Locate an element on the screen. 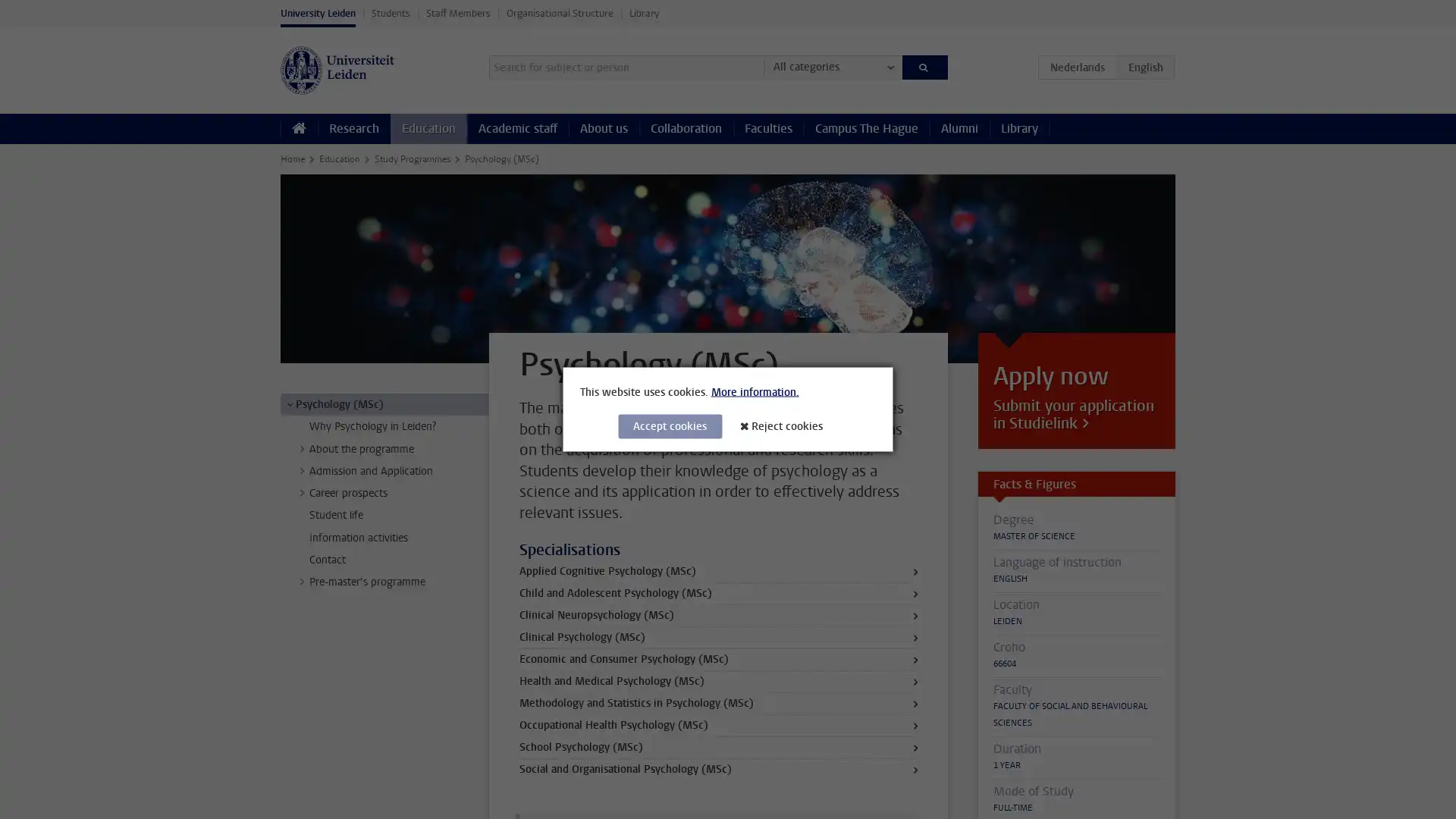 The width and height of the screenshot is (1456, 819). All categories is located at coordinates (832, 66).